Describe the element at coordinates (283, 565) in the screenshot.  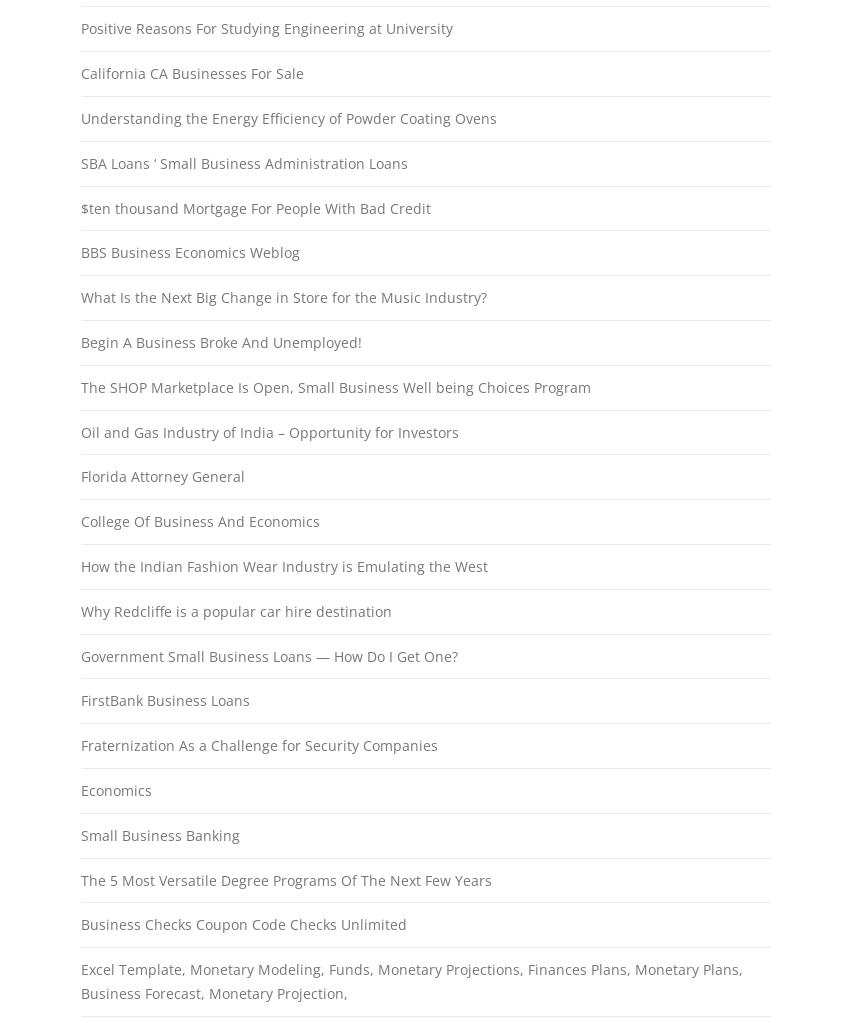
I see `'How the Indian Fashion Wear Industry is Emulating the West'` at that location.